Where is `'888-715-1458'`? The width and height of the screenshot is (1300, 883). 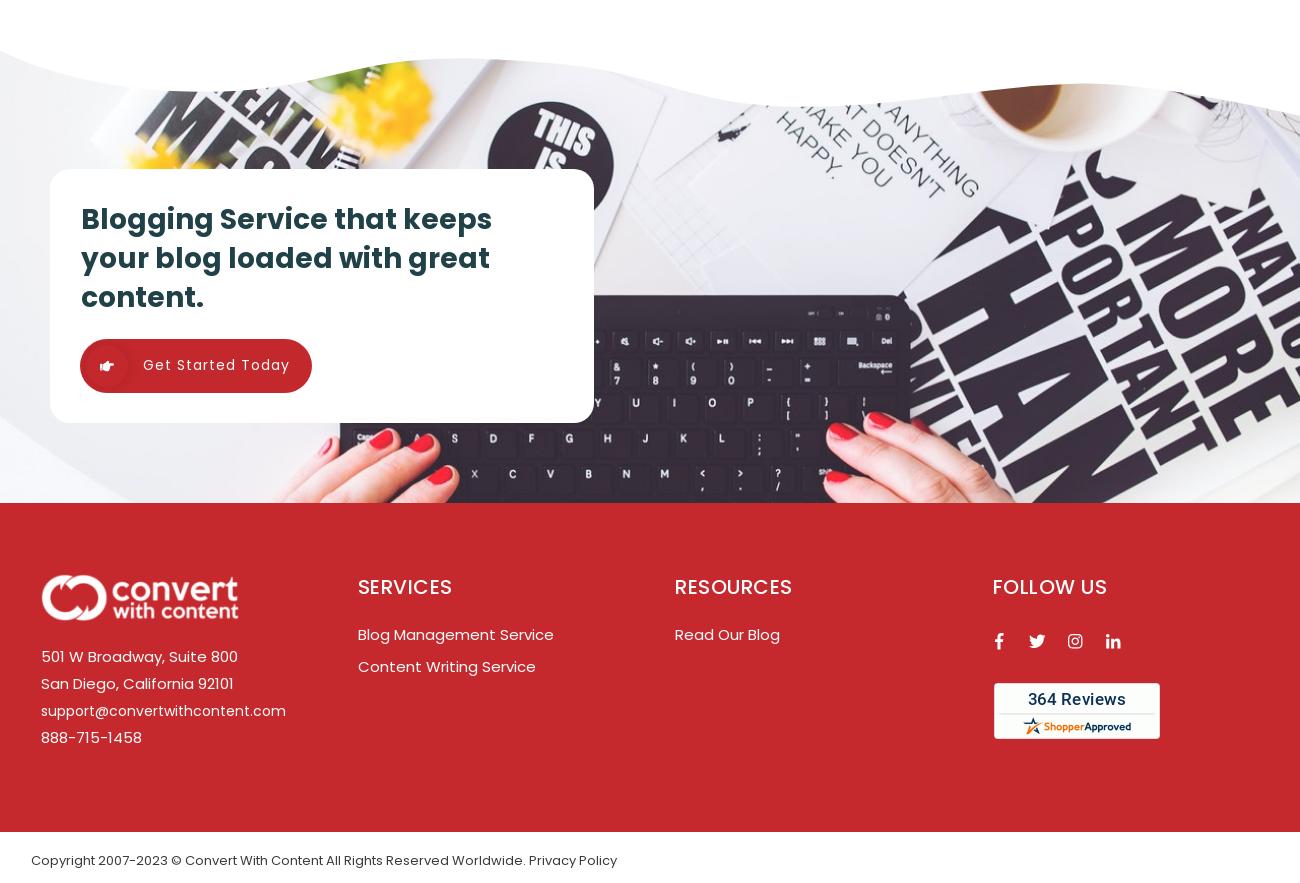 '888-715-1458' is located at coordinates (39, 735).